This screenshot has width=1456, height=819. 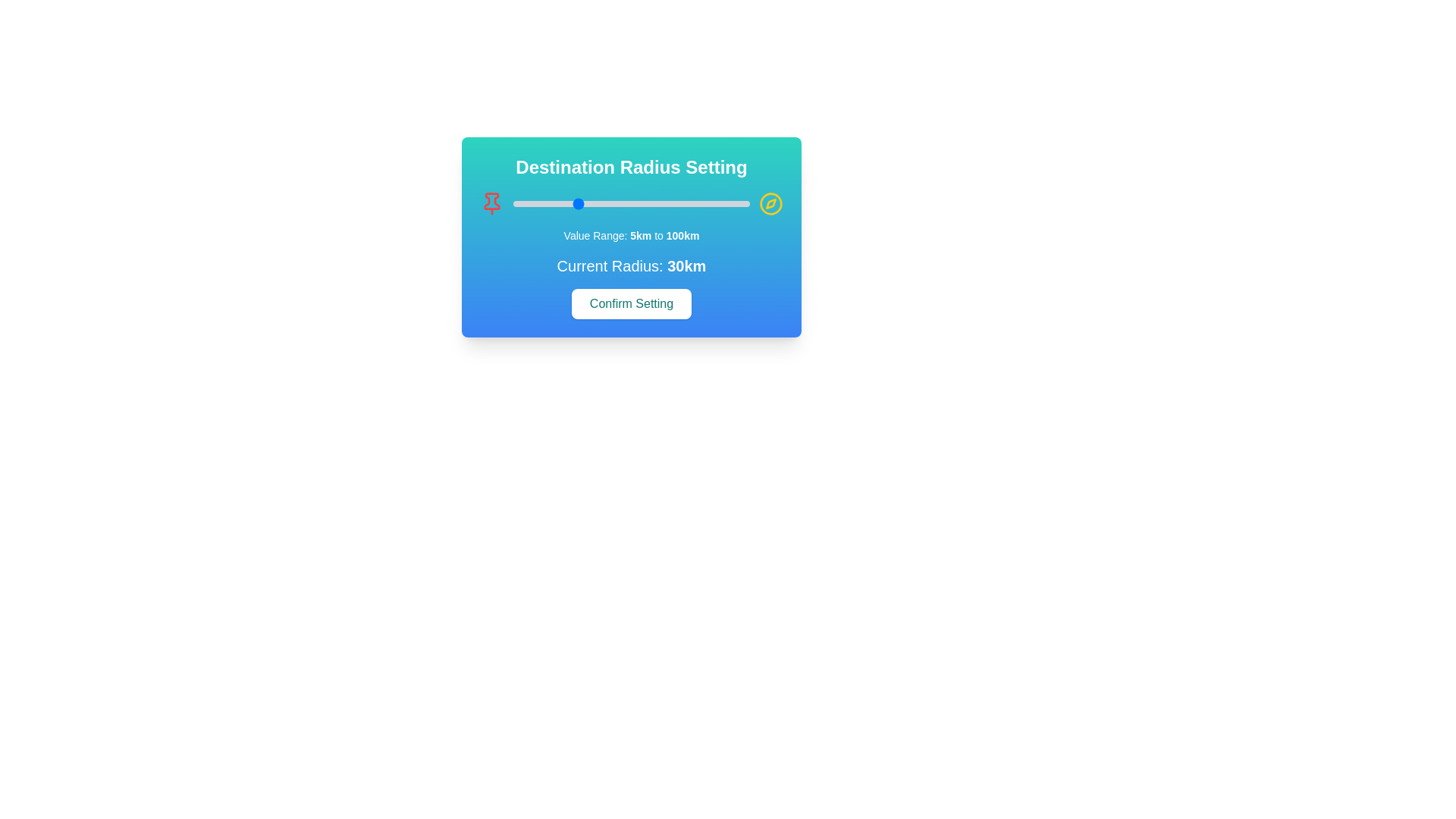 I want to click on the radius slider to set the radius to 78 km, so click(x=694, y=203).